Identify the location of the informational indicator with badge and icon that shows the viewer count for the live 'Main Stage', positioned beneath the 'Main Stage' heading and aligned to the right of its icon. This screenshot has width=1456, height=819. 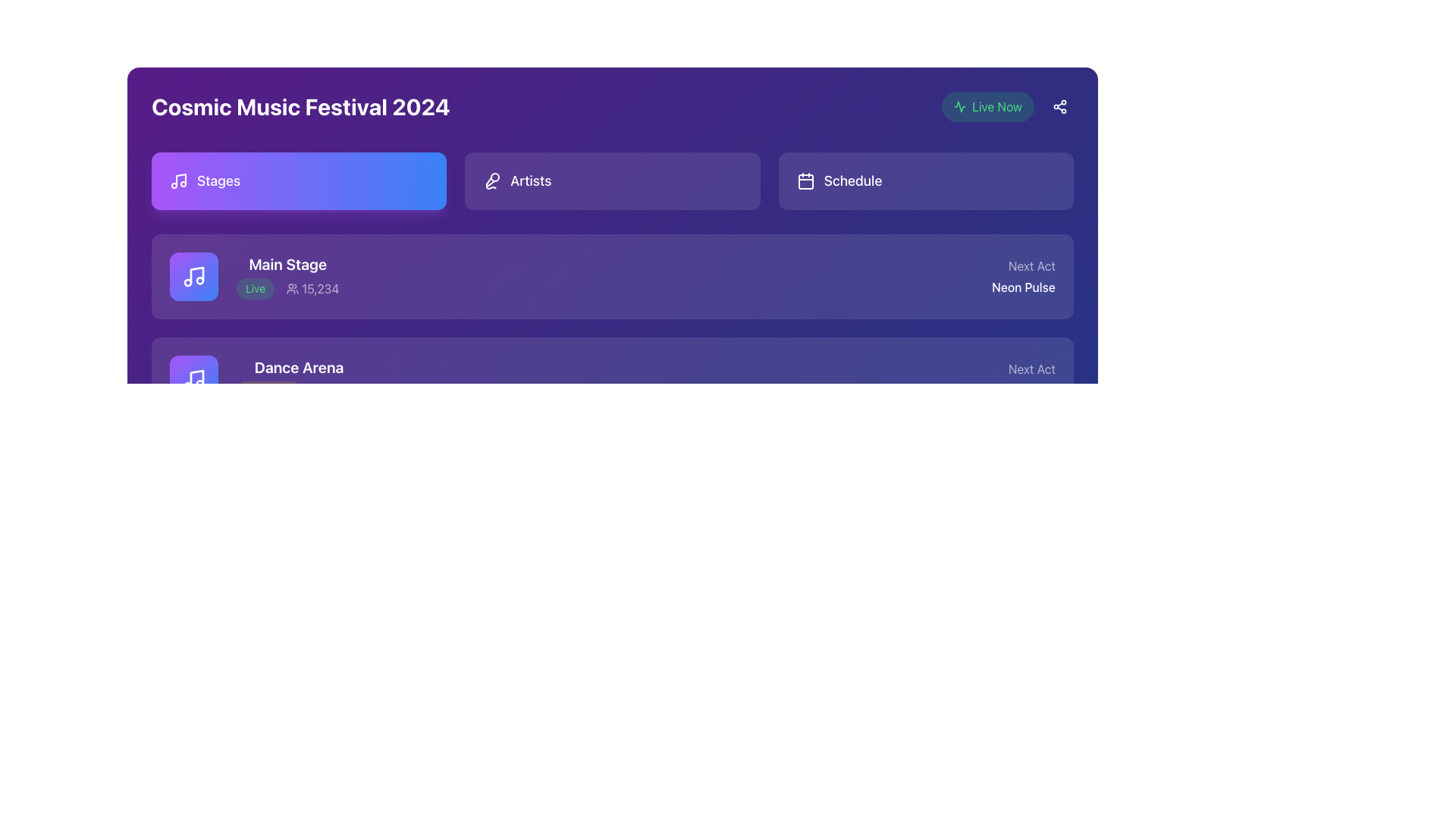
(287, 289).